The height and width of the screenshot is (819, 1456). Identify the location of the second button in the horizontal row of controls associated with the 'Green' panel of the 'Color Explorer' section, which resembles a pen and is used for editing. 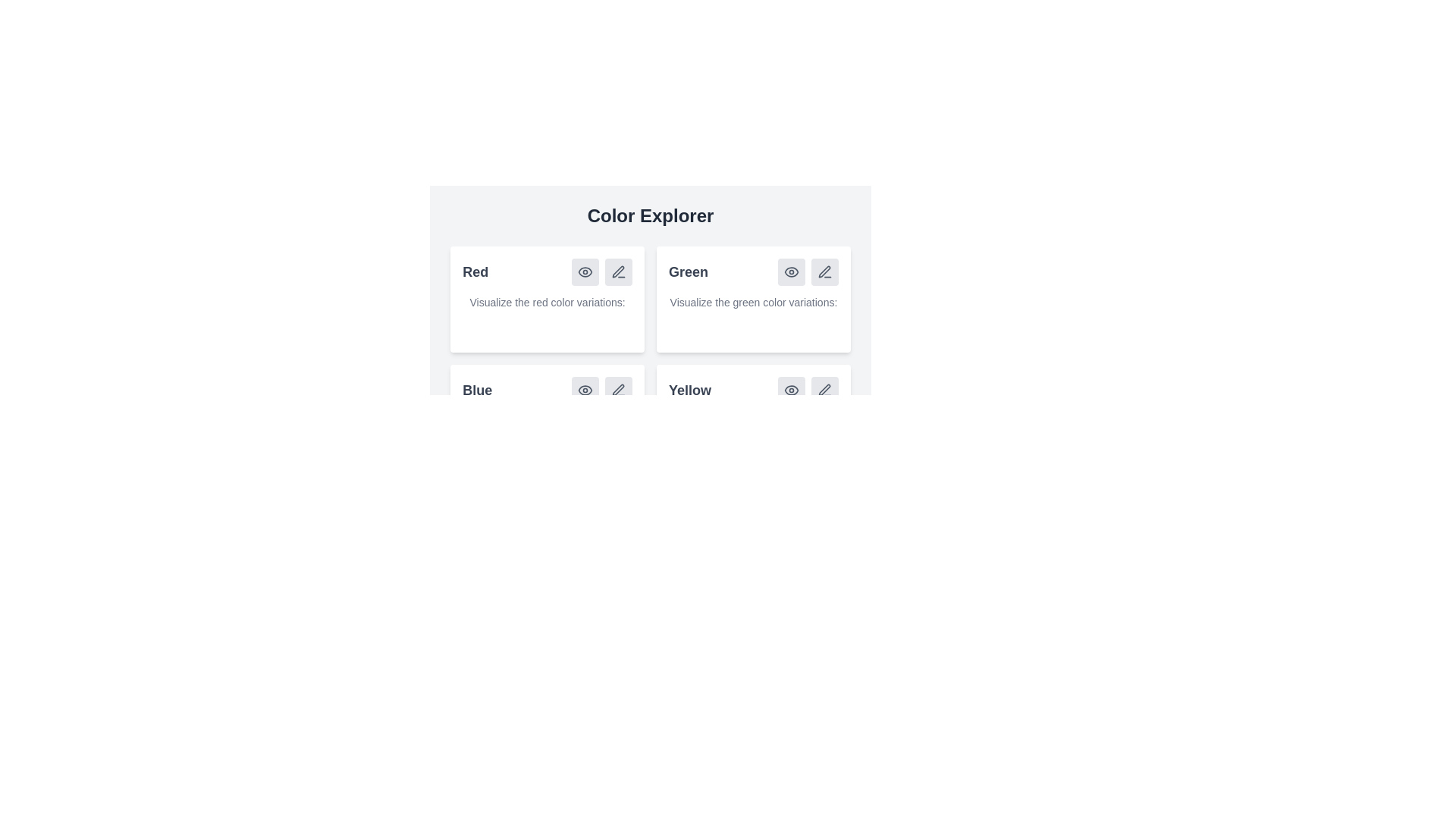
(824, 271).